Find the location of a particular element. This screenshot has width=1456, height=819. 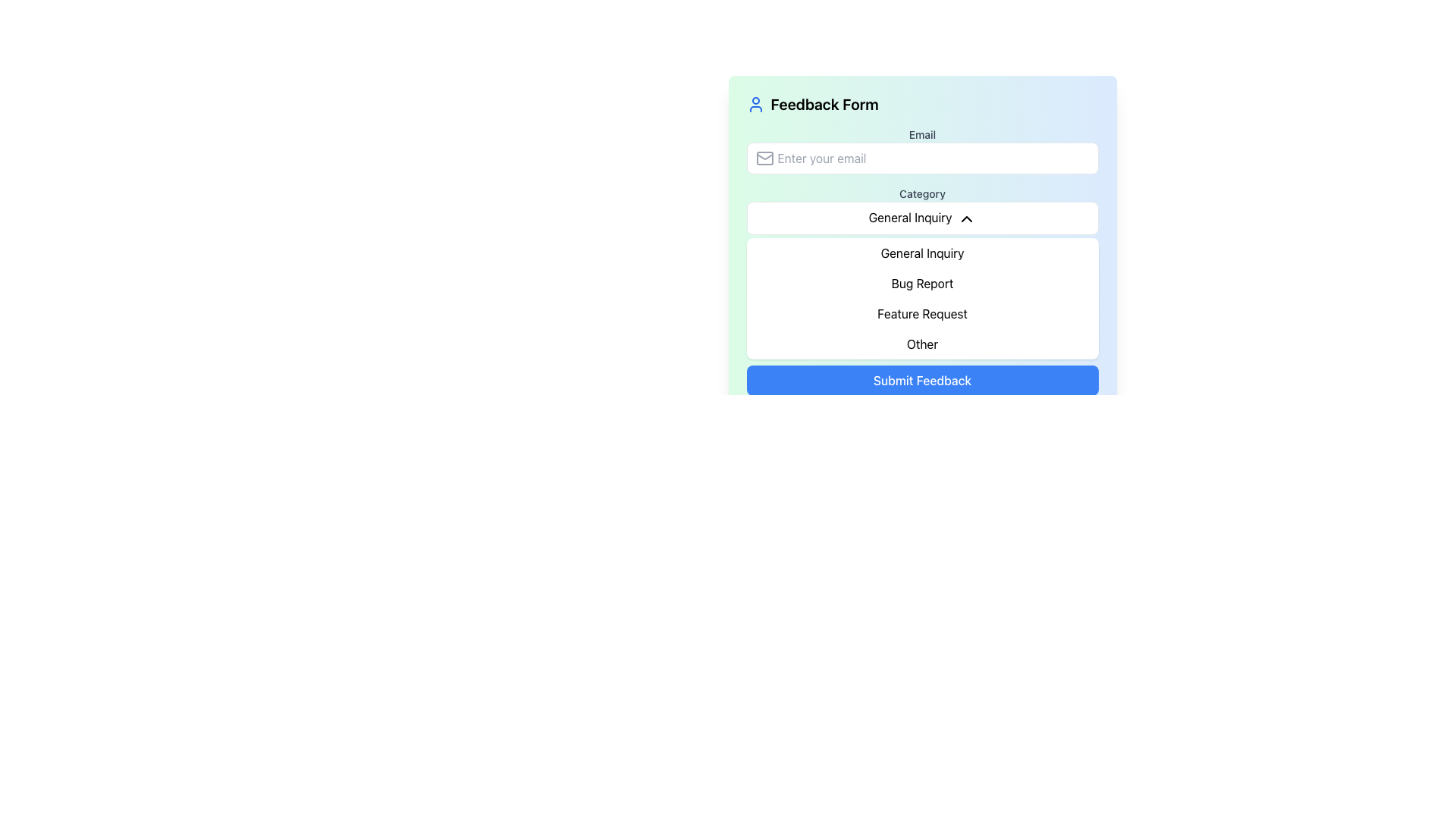

the envelope icon rendered in SVG format, which is styled with a thin, rounded stroke and located to the left of the email input field in the feedback form is located at coordinates (764, 158).